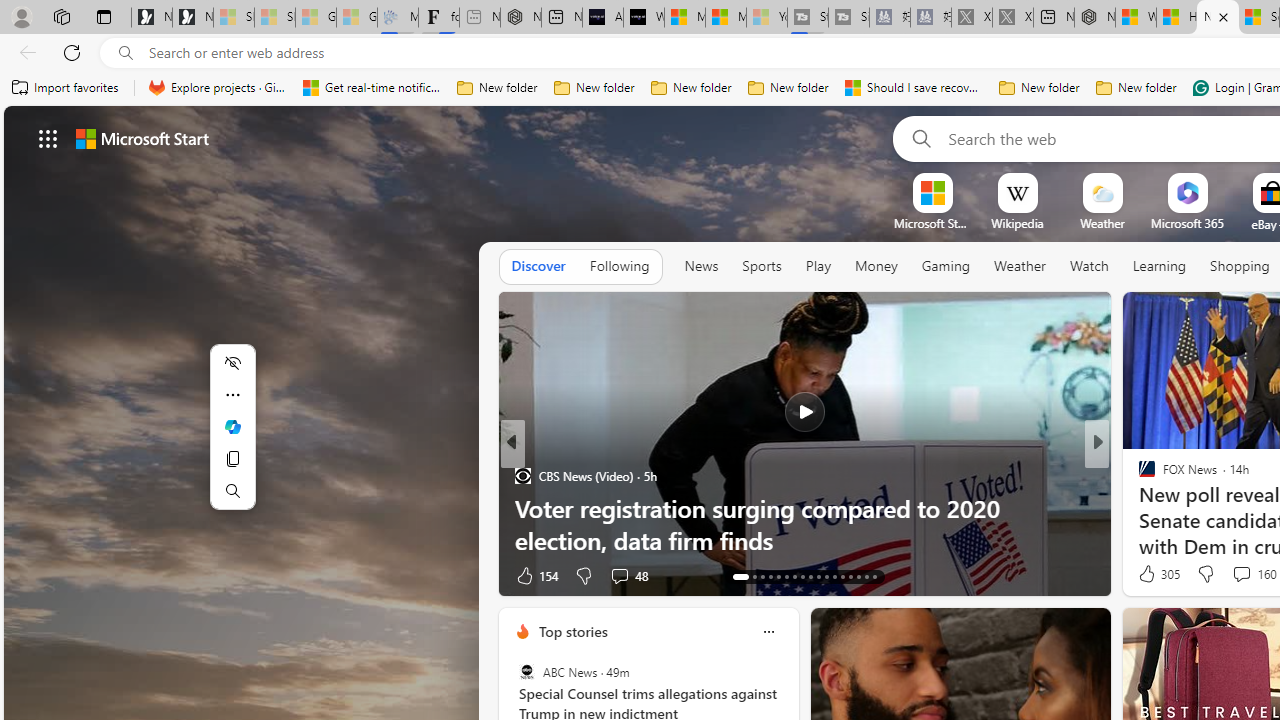 The height and width of the screenshot is (720, 1280). I want to click on 'Copy', so click(232, 458).